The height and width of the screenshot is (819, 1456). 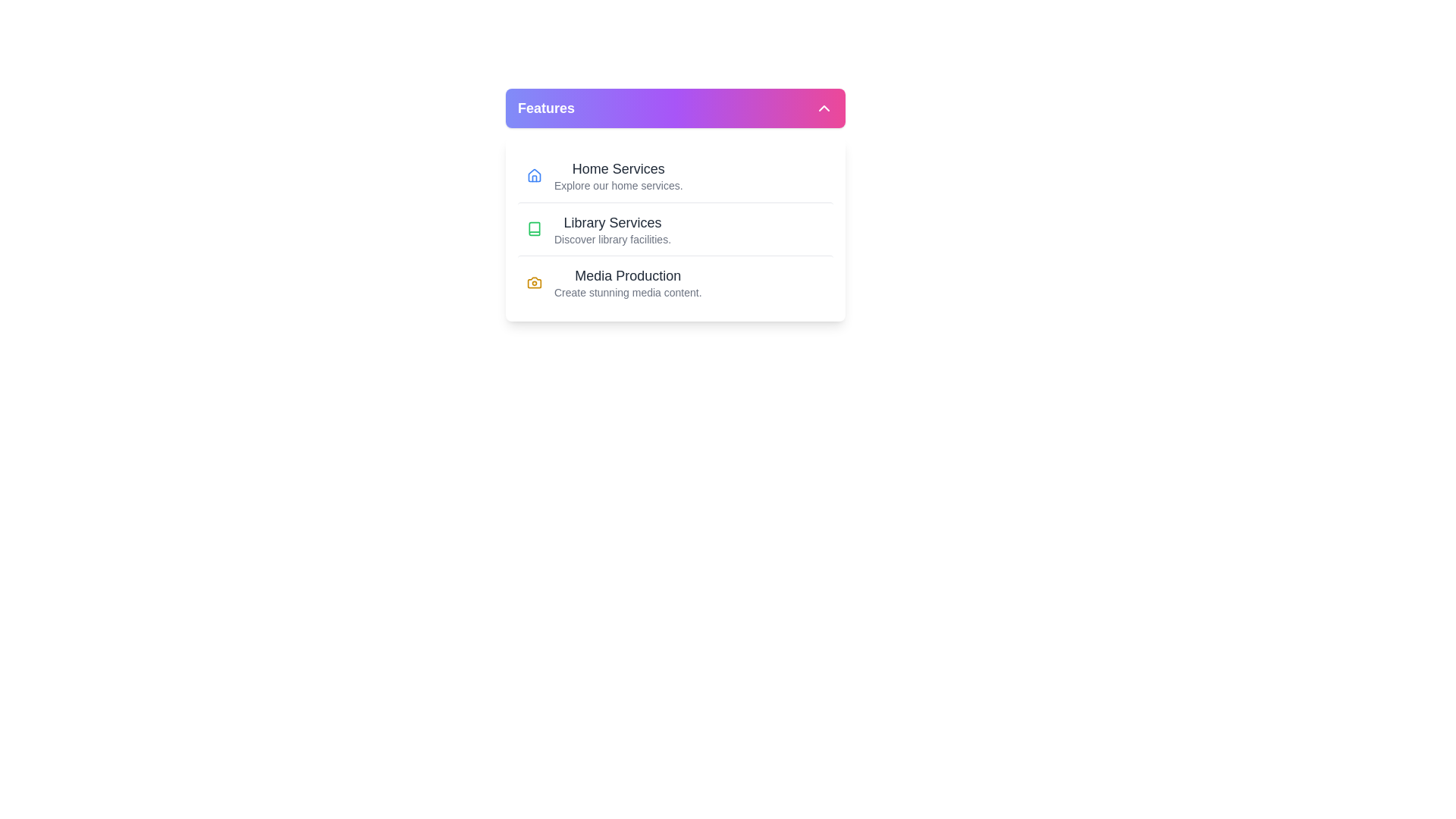 I want to click on the green book icon representing 'Library Services', so click(x=535, y=228).